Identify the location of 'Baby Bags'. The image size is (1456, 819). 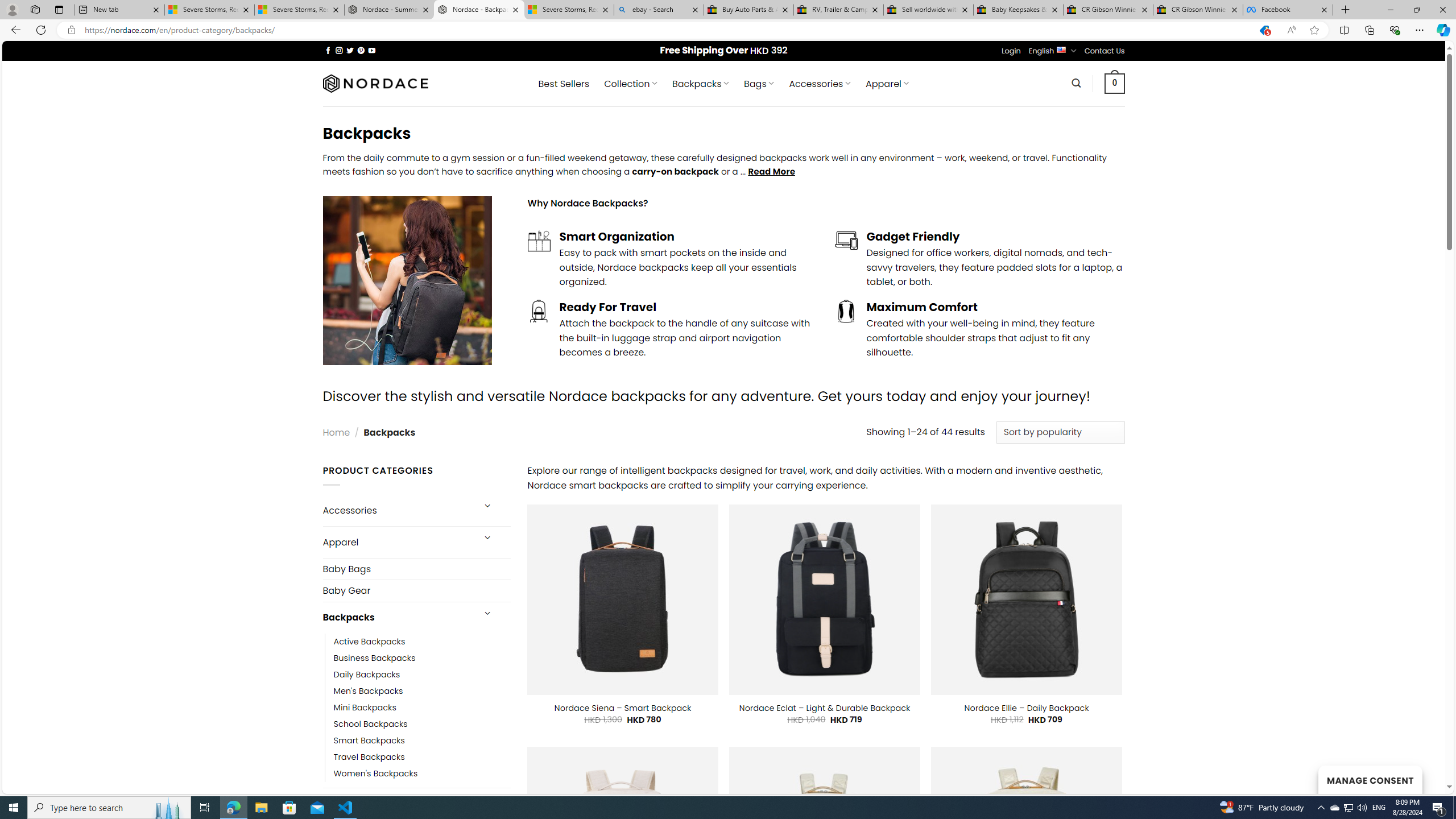
(416, 568).